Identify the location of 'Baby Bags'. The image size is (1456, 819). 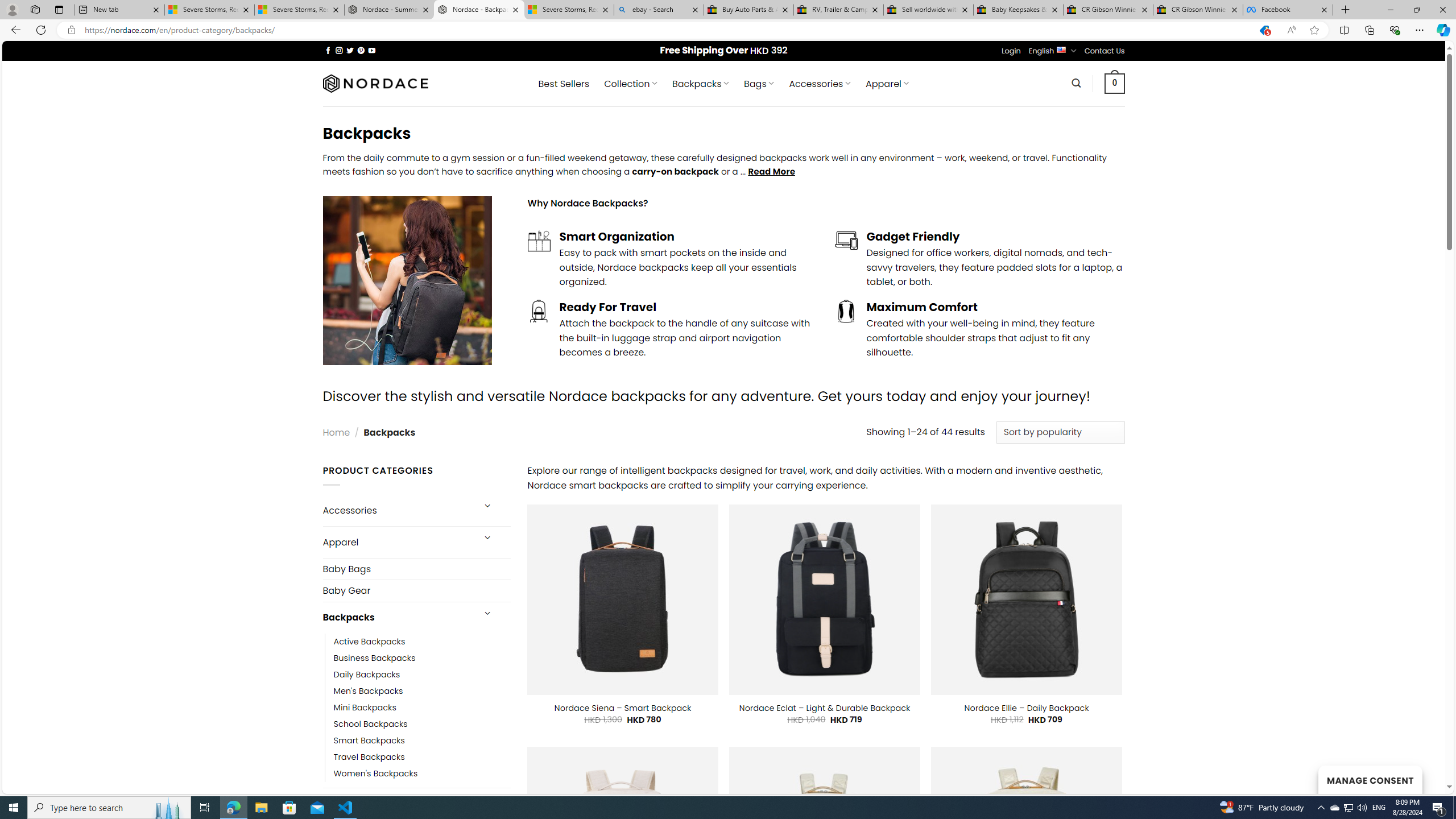
(416, 568).